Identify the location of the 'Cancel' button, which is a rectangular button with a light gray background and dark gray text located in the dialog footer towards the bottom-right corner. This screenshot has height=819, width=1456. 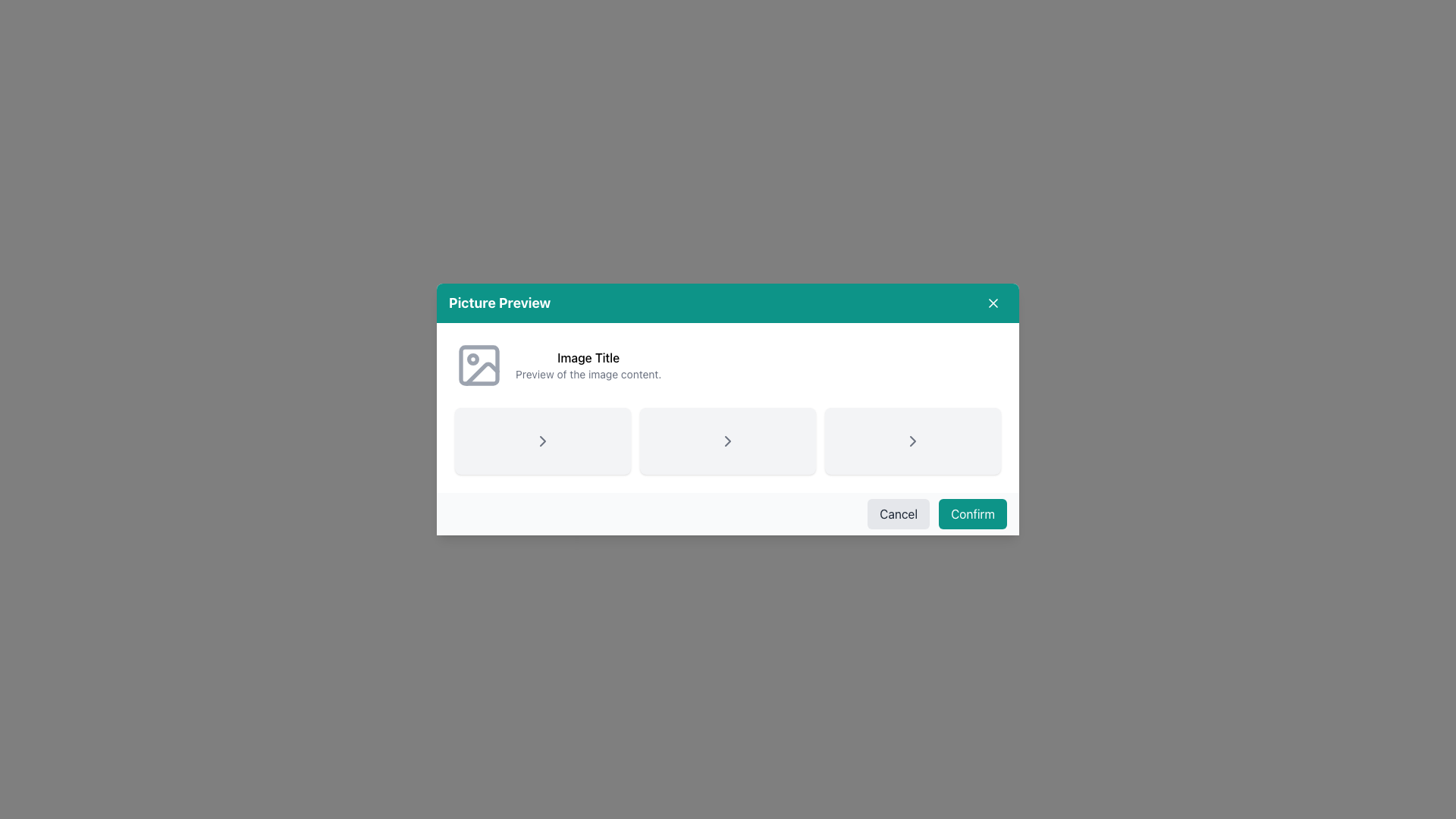
(899, 513).